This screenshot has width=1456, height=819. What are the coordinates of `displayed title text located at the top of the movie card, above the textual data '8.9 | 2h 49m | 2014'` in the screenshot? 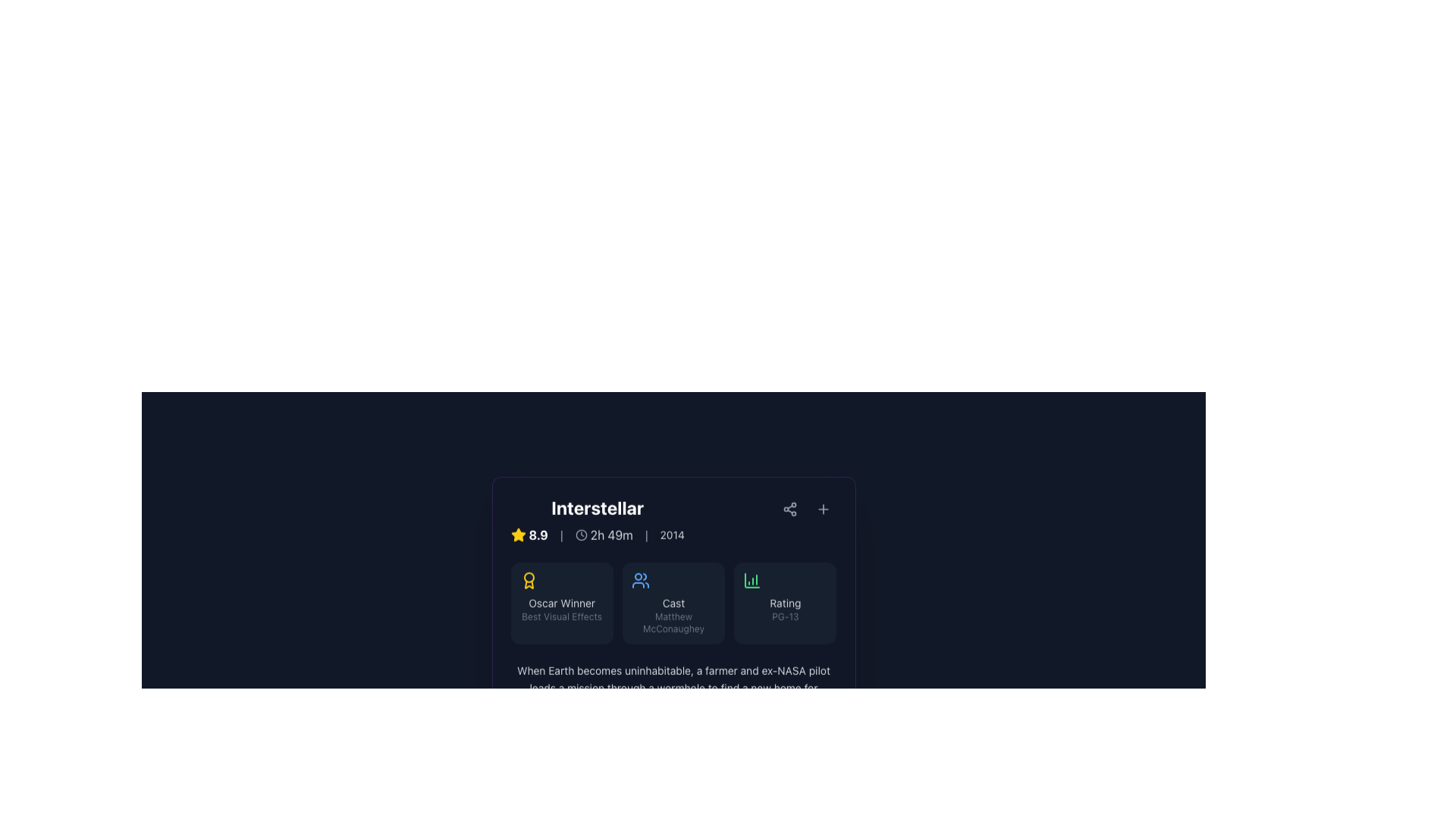 It's located at (597, 507).